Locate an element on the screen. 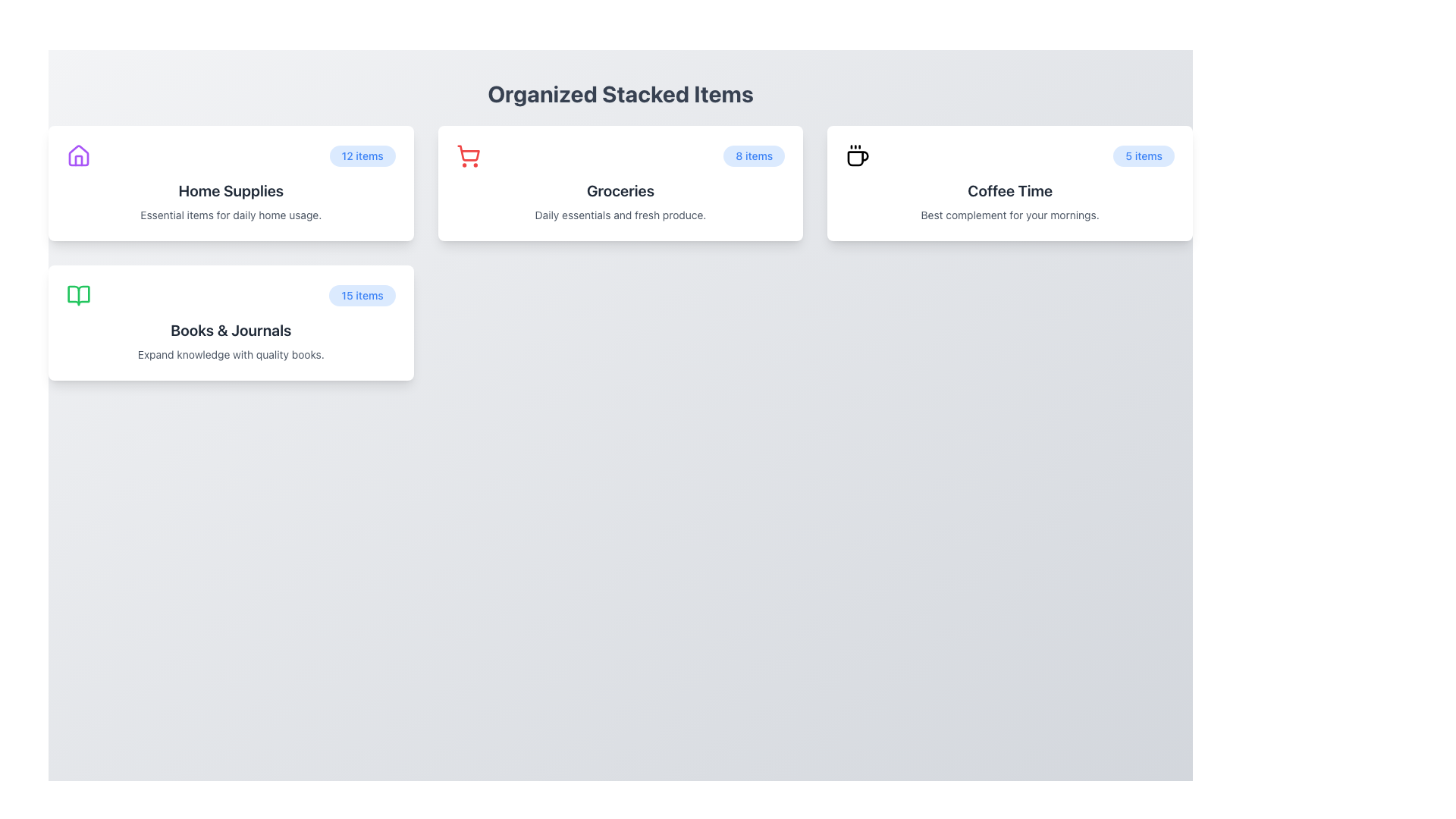 This screenshot has height=819, width=1456. the indicator badge displaying '8' items associated with the 'Groceries' card located in the upper right section of the card is located at coordinates (754, 155).